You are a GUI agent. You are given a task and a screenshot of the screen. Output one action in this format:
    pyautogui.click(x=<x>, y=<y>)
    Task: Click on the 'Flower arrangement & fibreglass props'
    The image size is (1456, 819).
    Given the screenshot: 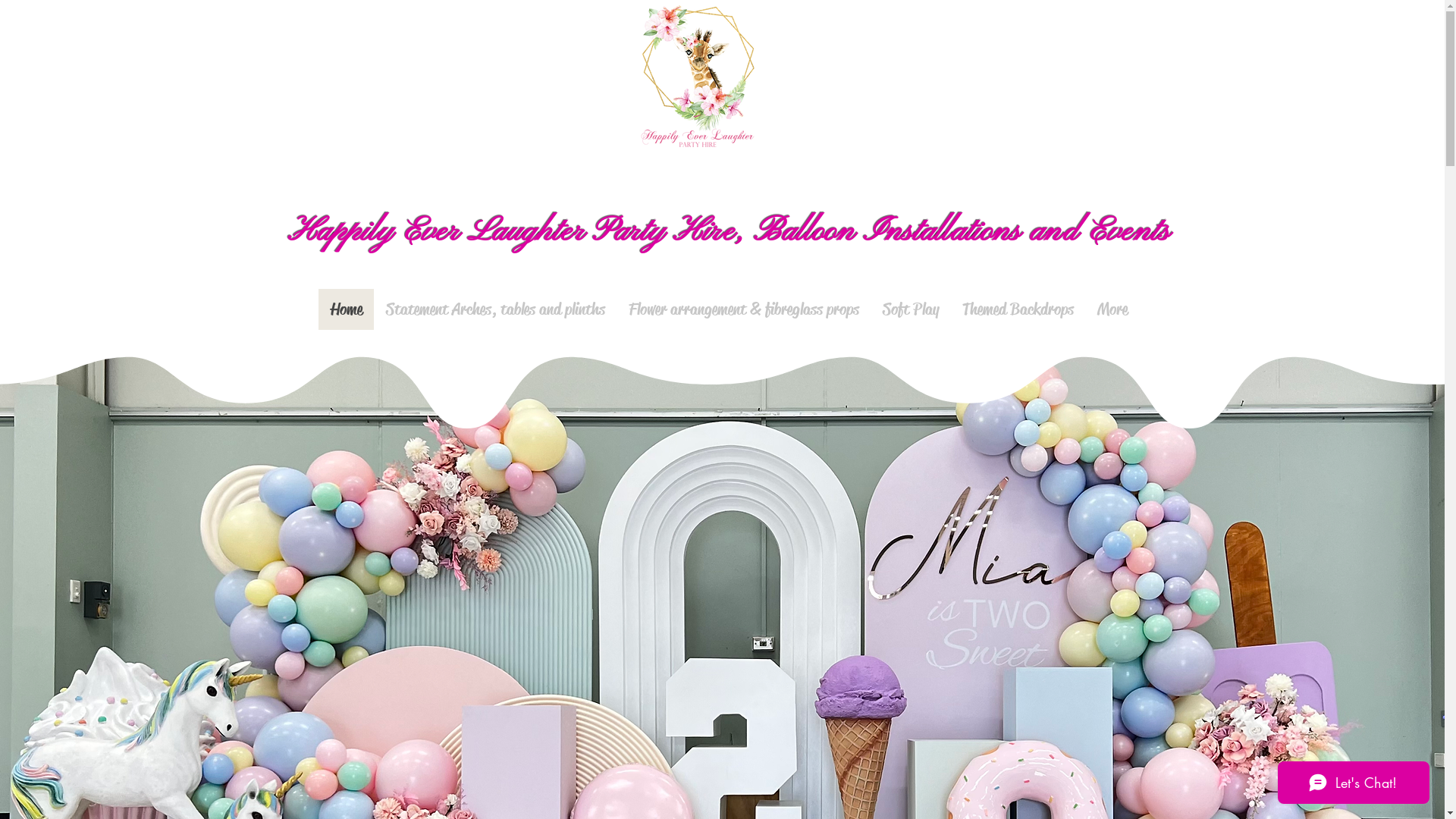 What is the action you would take?
    pyautogui.click(x=742, y=309)
    